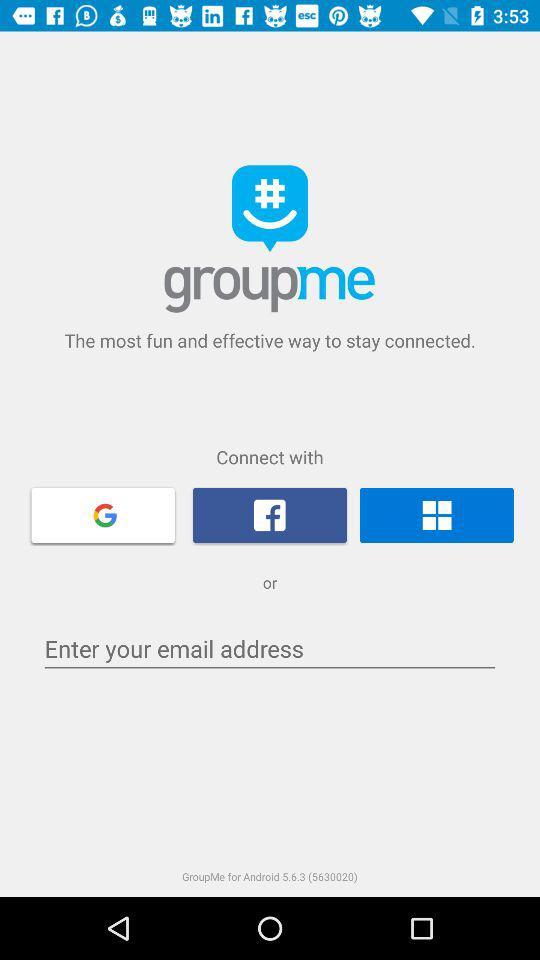  What do you see at coordinates (103, 513) in the screenshot?
I see `the item below connect with item` at bounding box center [103, 513].